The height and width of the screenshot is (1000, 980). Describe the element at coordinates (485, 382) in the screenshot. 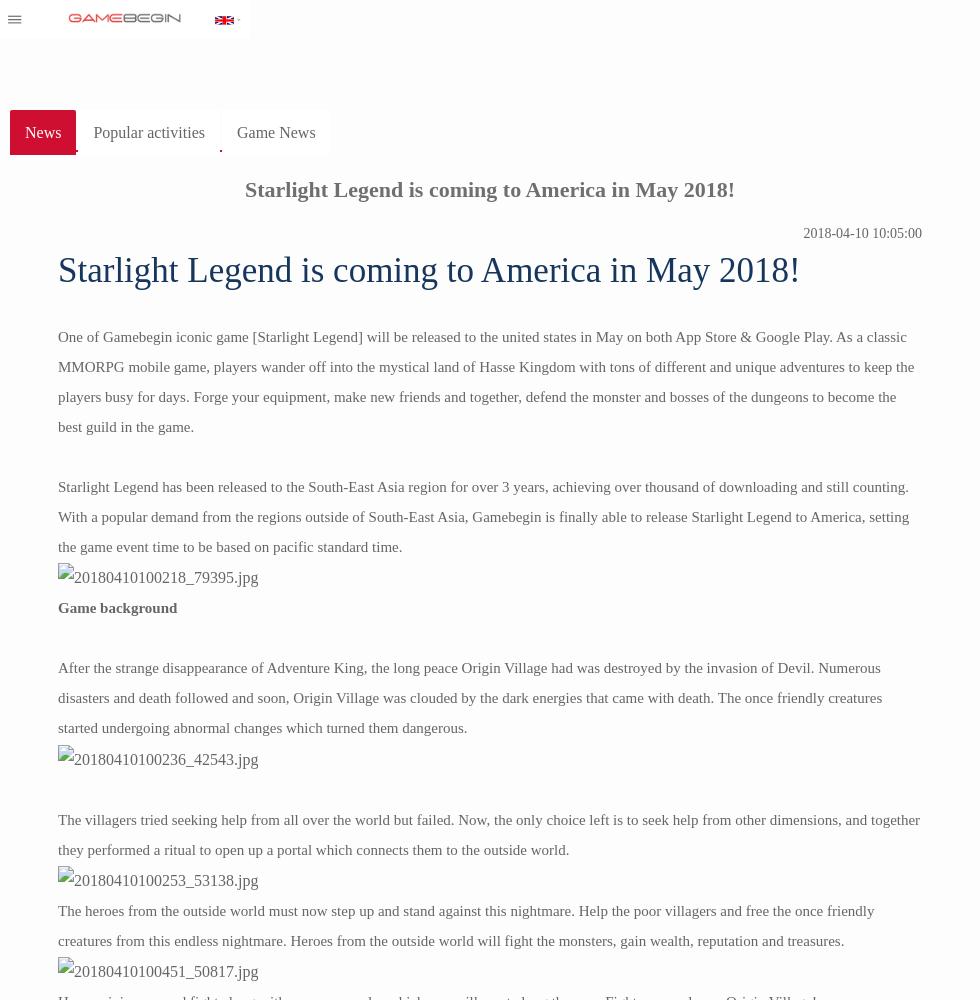

I see `'One of Gamebegin iconic game [Starlight Legend] will be released to the united states in May on both App Store & Google Play. As a classic MMORPG mobile game, players wander off into the mystical land of Hasse Kingdom with tons of different and unique adventures to keep the players busy for days. Forge your equipment, make new friends and together, defend the monster and bosses of the dungeons to become the best guild in the game.'` at that location.